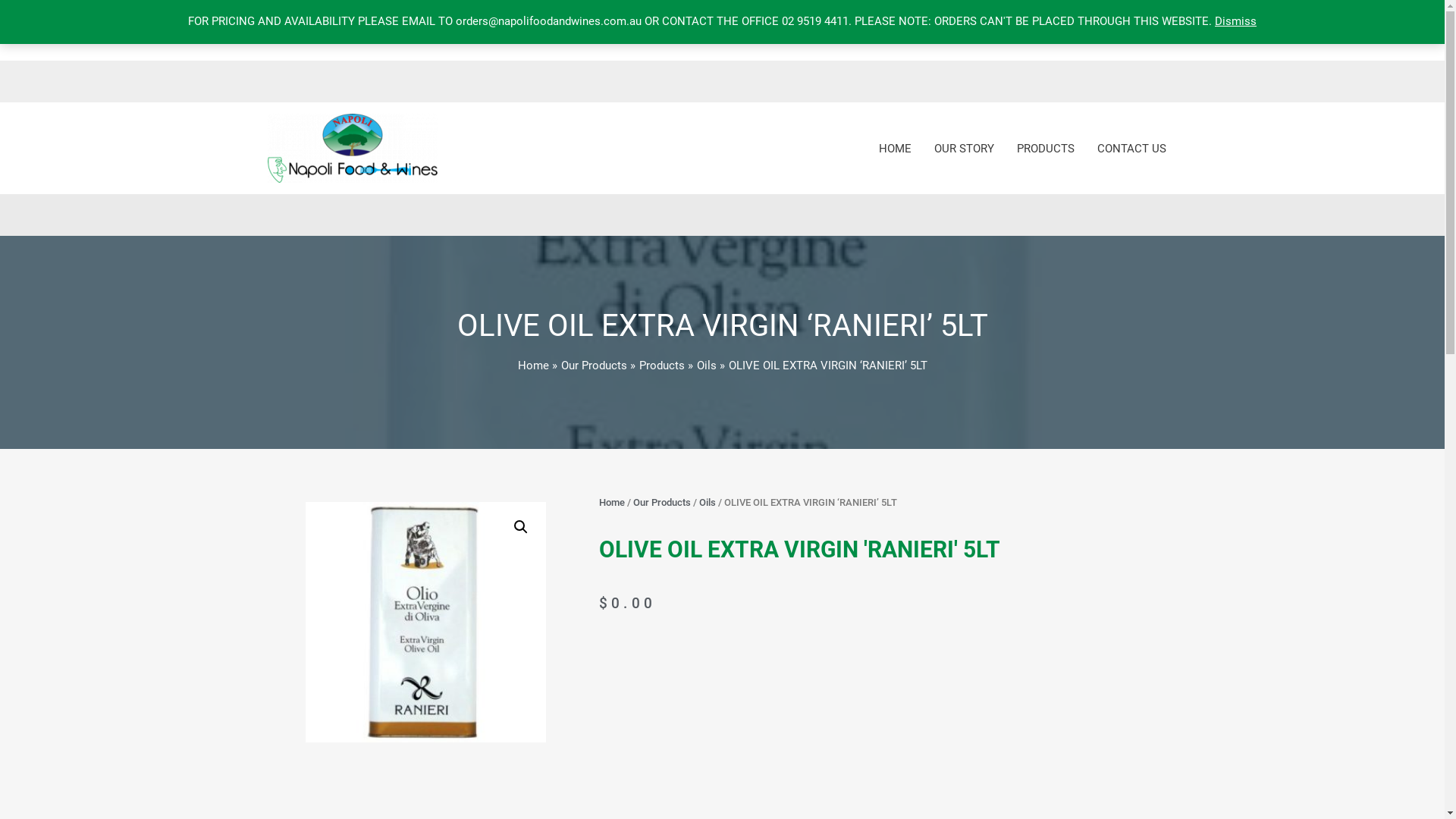 The width and height of the screenshot is (1456, 819). Describe the element at coordinates (560, 366) in the screenshot. I see `'Our Products'` at that location.